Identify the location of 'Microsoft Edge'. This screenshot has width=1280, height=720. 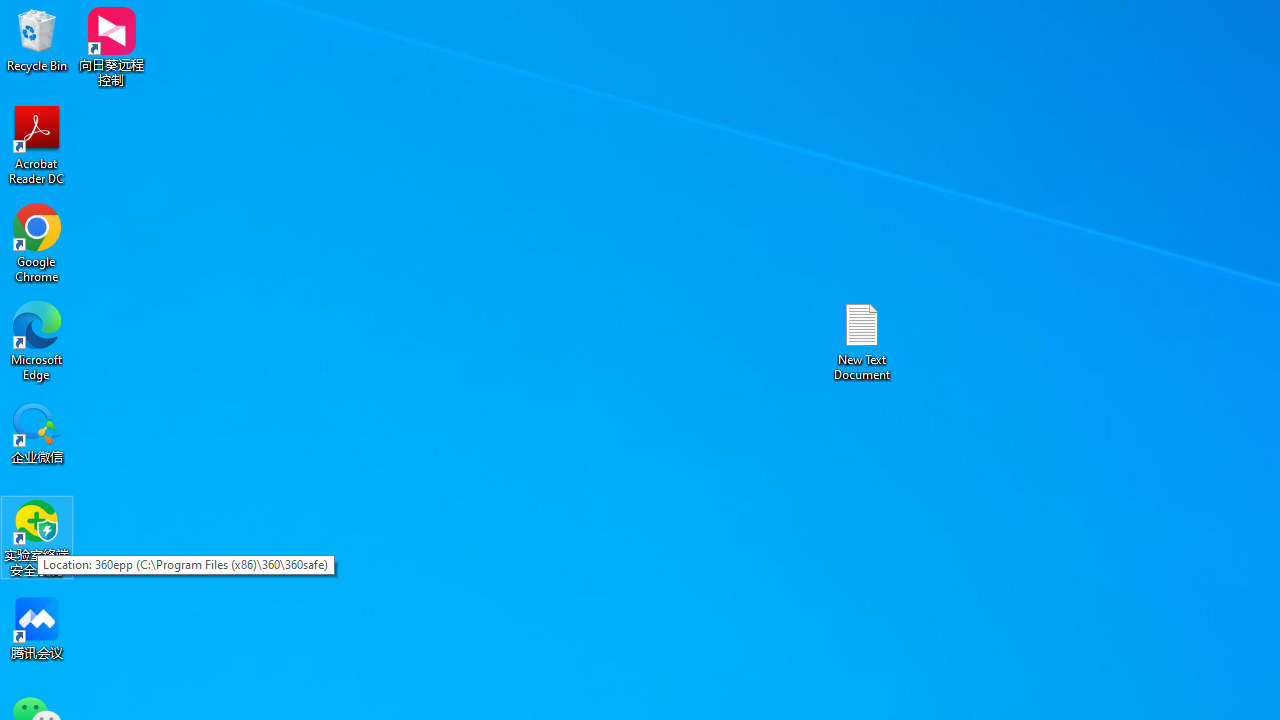
(37, 340).